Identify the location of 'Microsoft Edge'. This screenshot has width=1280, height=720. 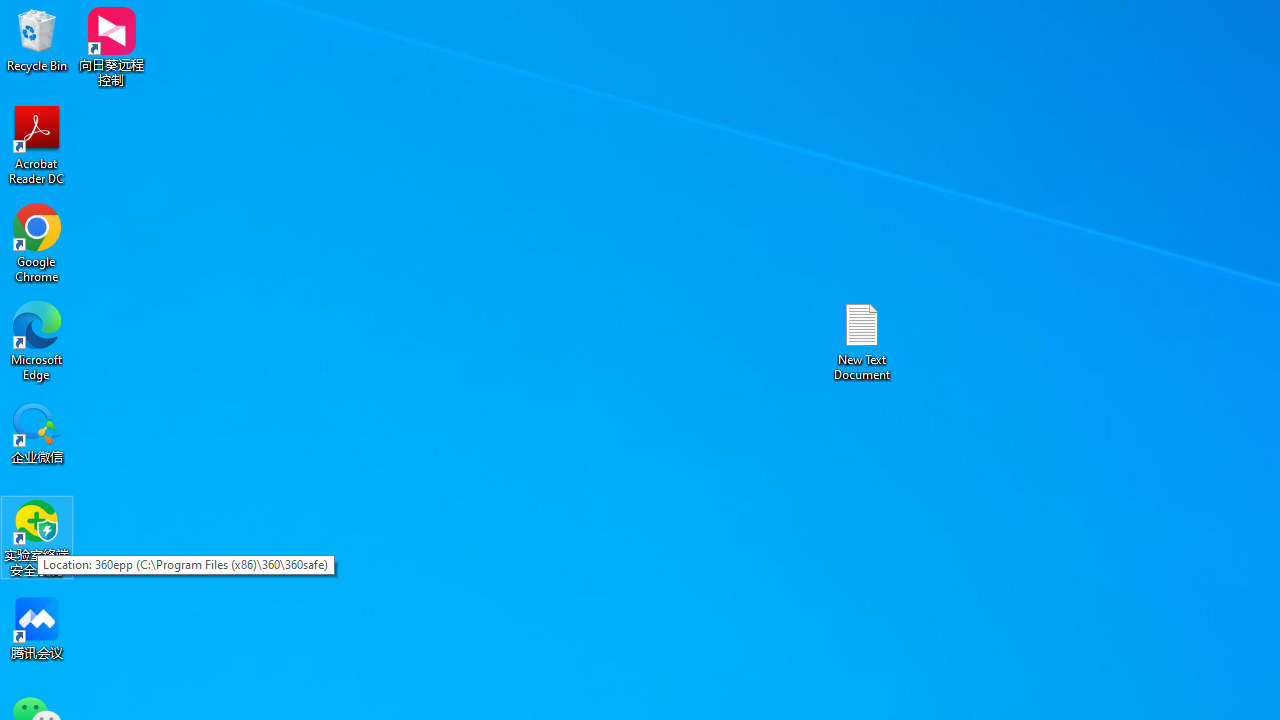
(37, 340).